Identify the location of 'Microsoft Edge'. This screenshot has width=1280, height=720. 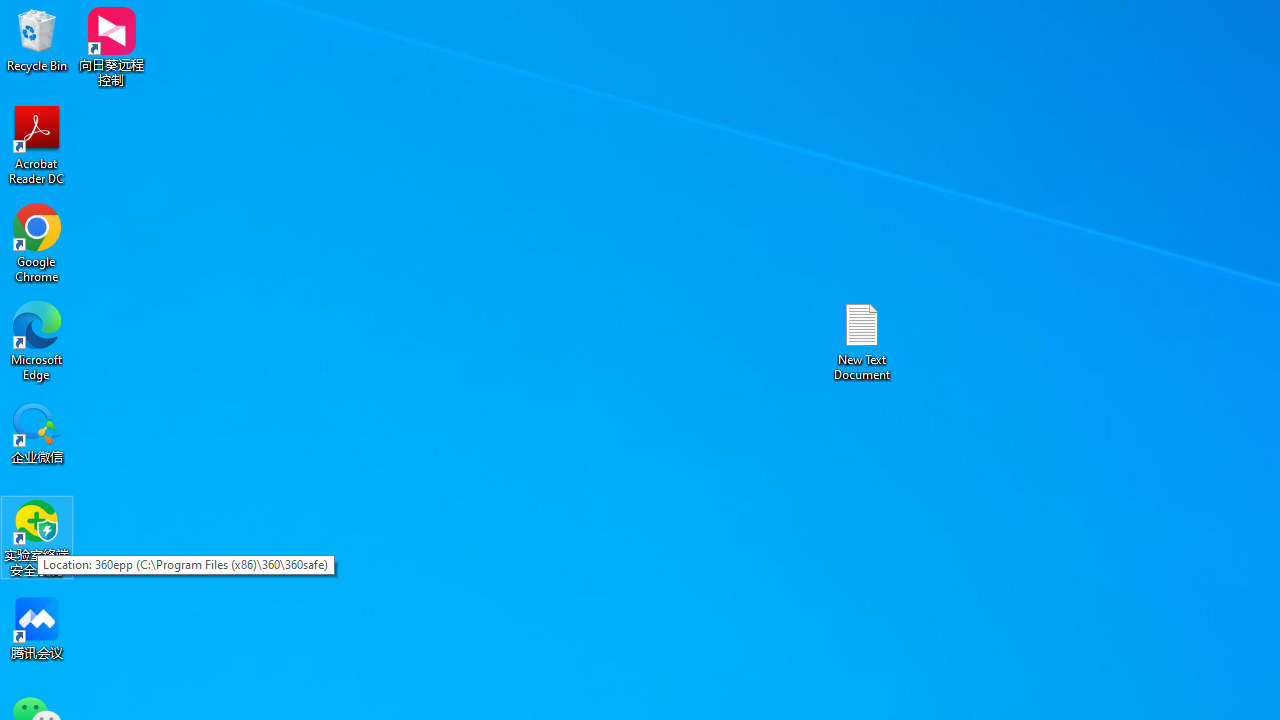
(37, 340).